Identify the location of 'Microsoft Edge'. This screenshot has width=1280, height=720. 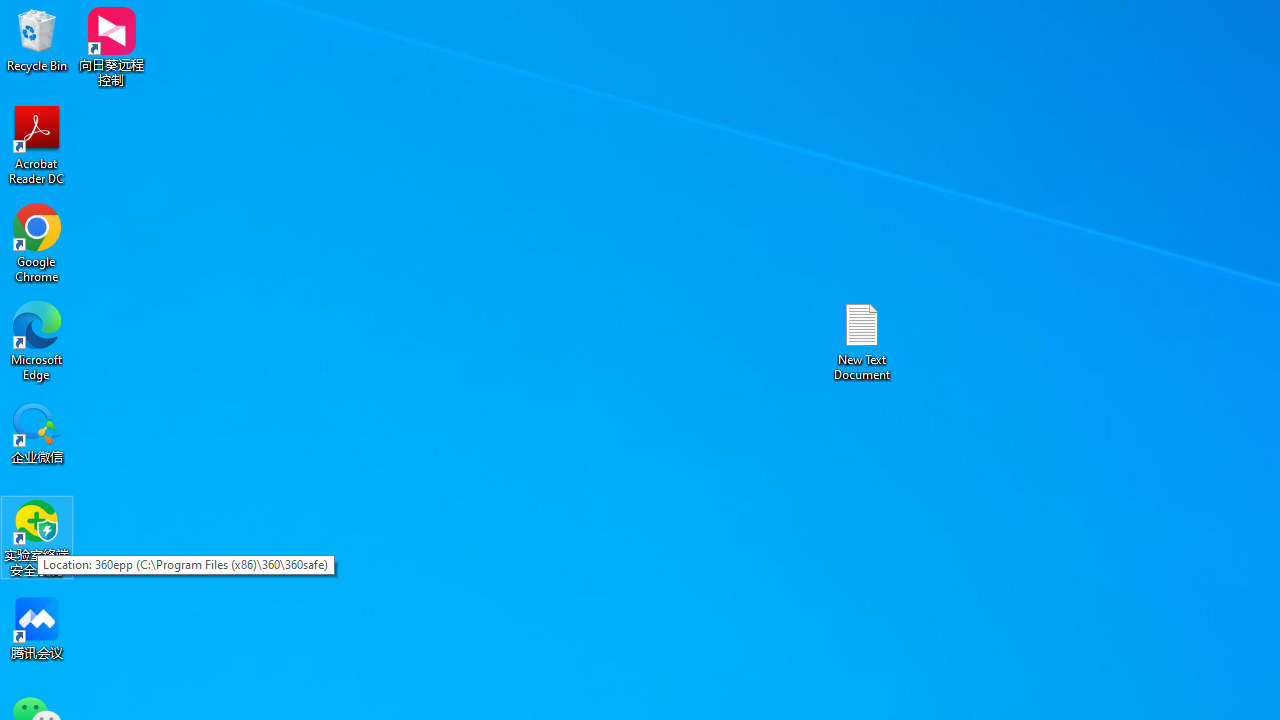
(37, 340).